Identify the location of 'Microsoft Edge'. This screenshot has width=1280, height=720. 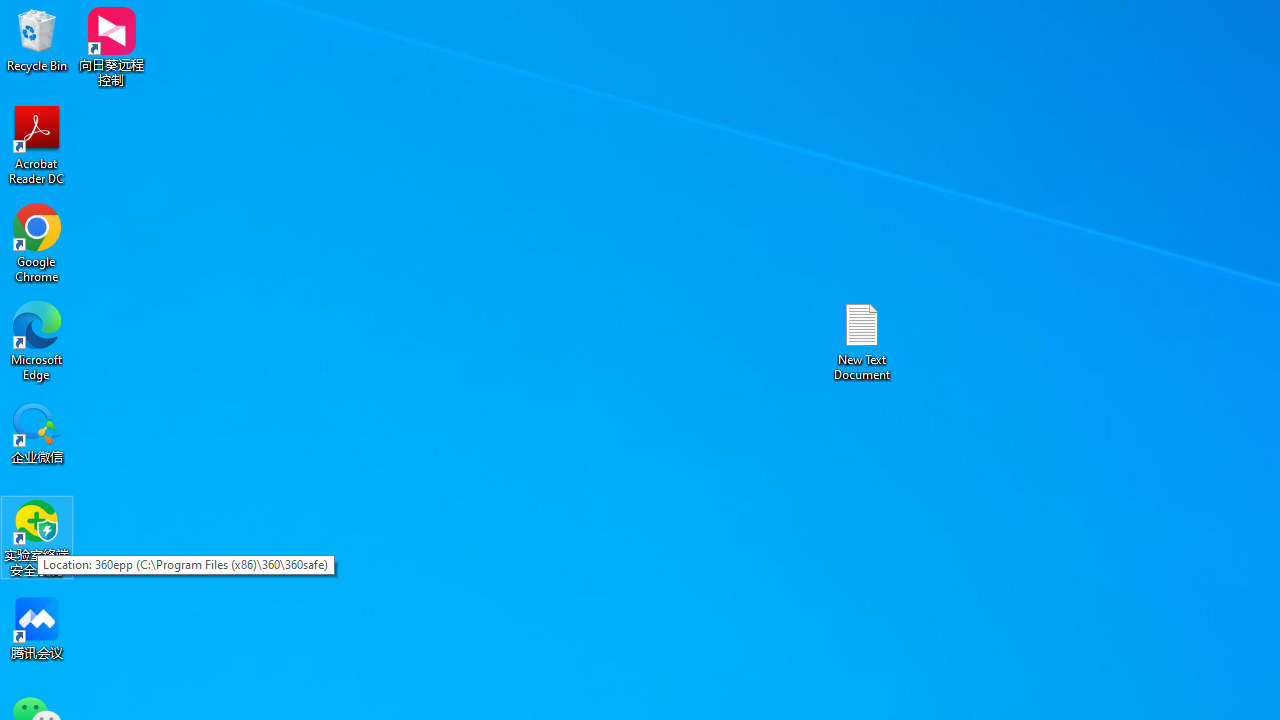
(37, 340).